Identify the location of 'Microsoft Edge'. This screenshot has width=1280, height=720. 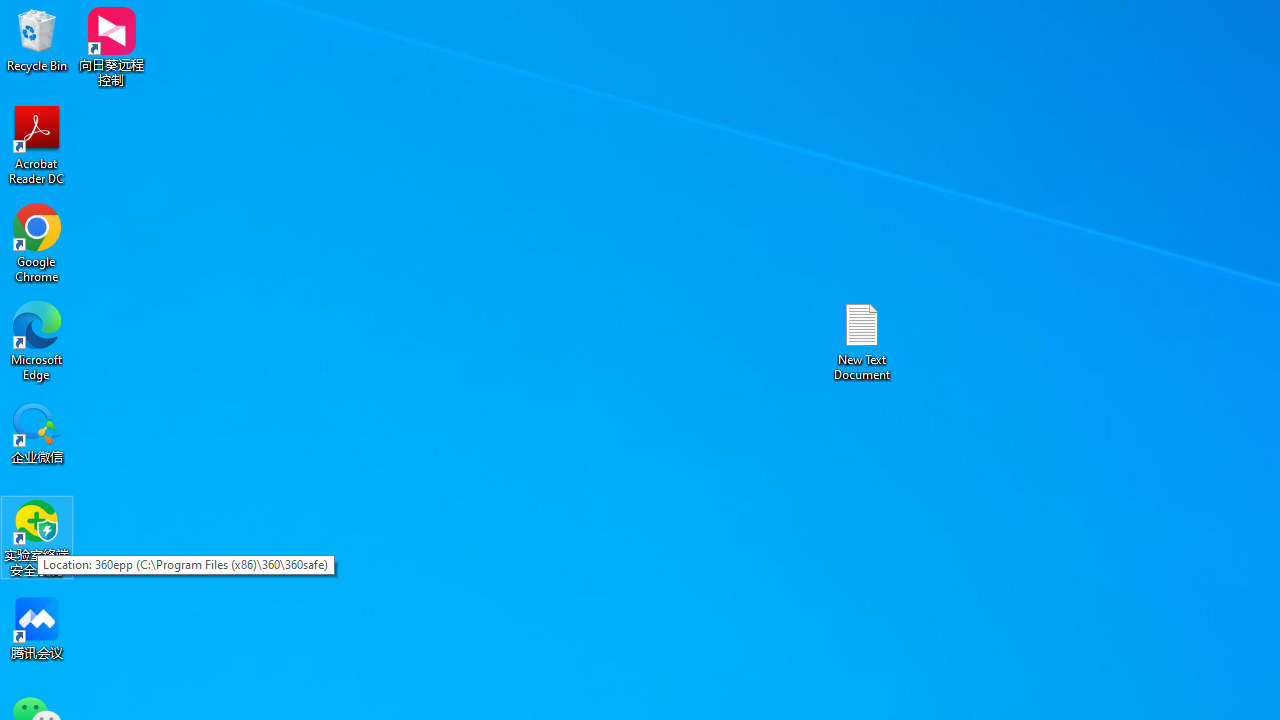
(37, 340).